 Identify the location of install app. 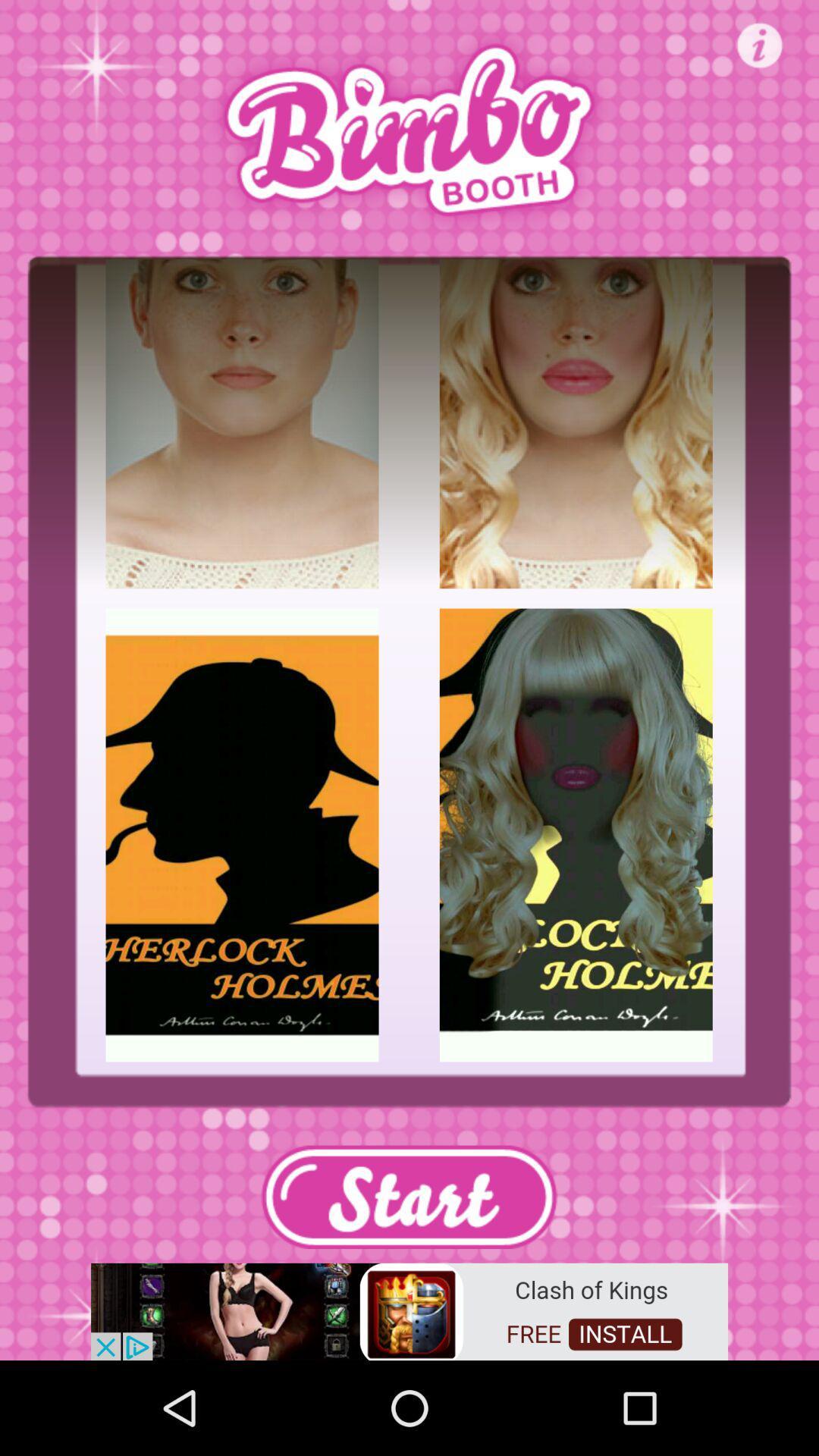
(409, 1310).